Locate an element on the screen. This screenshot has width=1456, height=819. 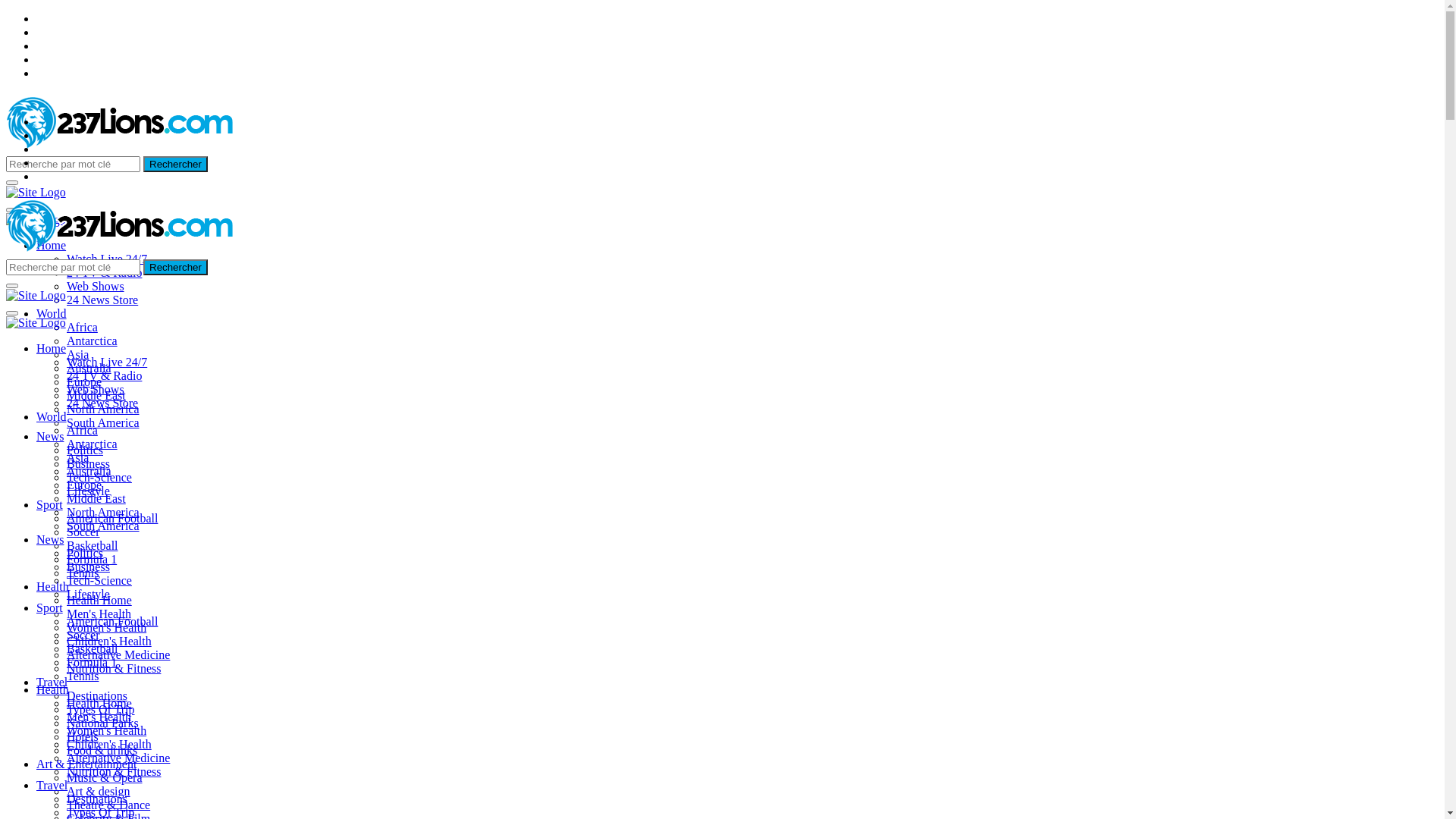
'North America' is located at coordinates (65, 512).